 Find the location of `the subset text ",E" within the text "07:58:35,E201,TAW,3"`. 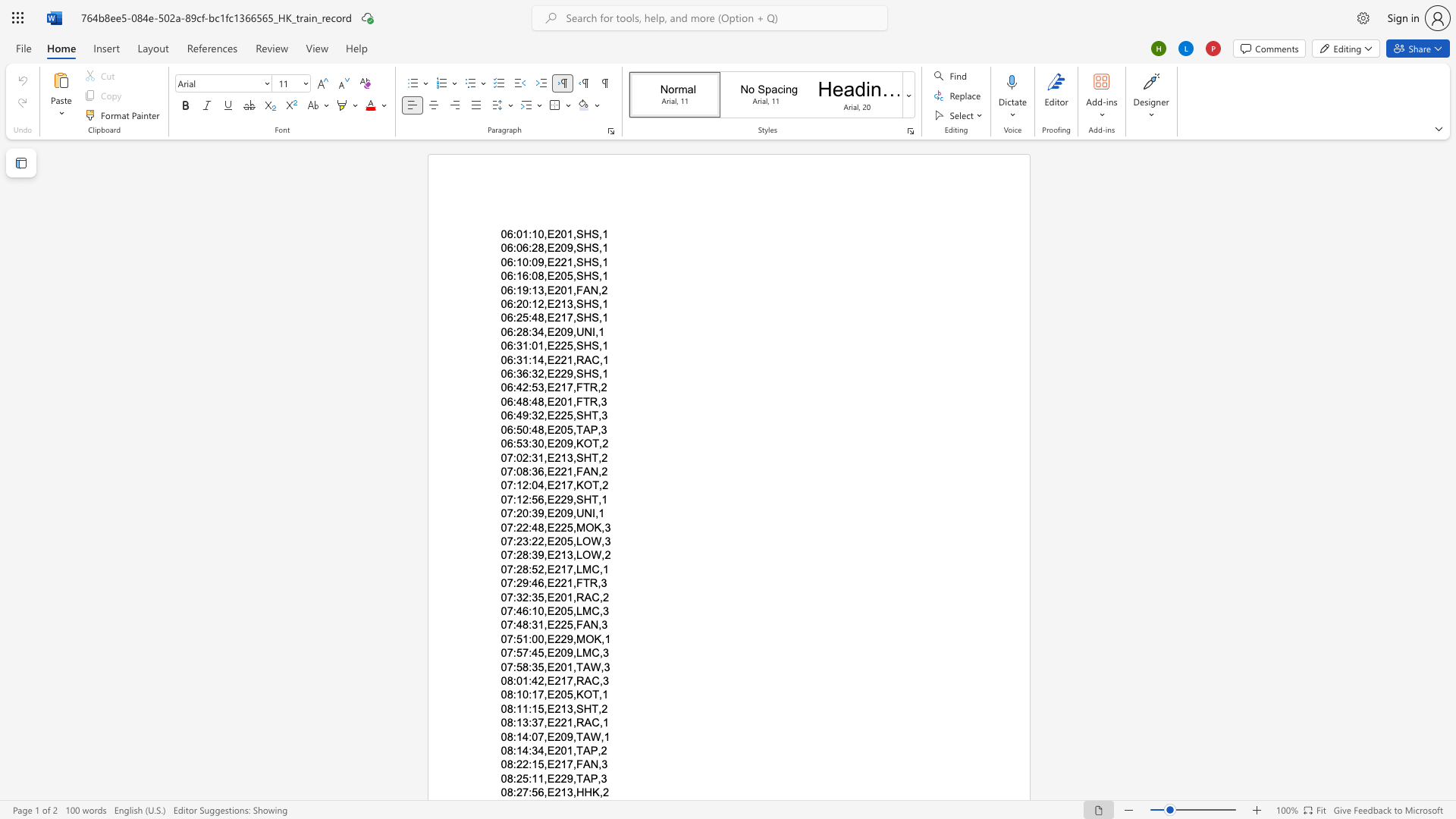

the subset text ",E" within the text "07:58:35,E201,TAW,3" is located at coordinates (544, 666).